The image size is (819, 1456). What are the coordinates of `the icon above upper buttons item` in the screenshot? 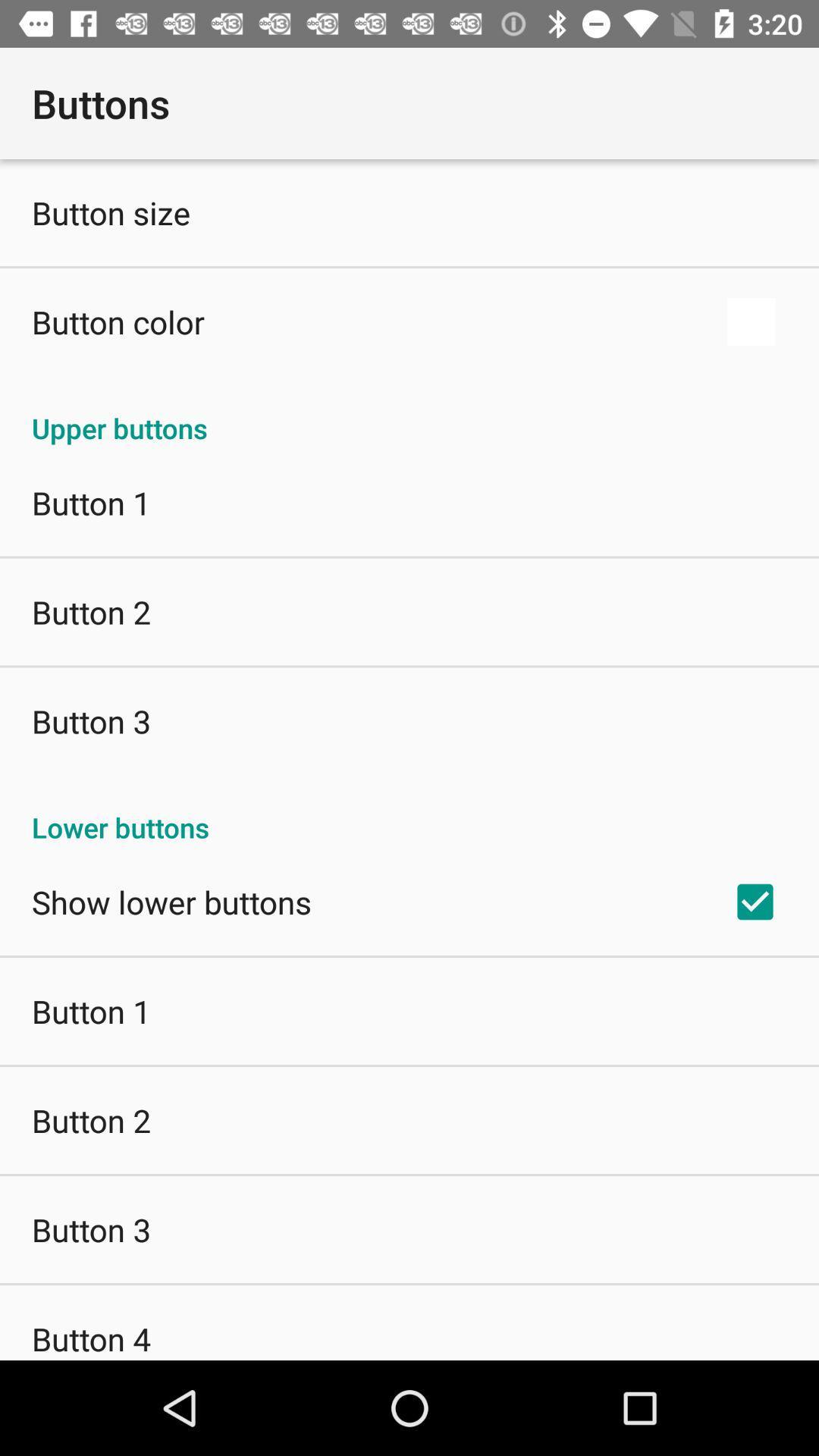 It's located at (751, 321).